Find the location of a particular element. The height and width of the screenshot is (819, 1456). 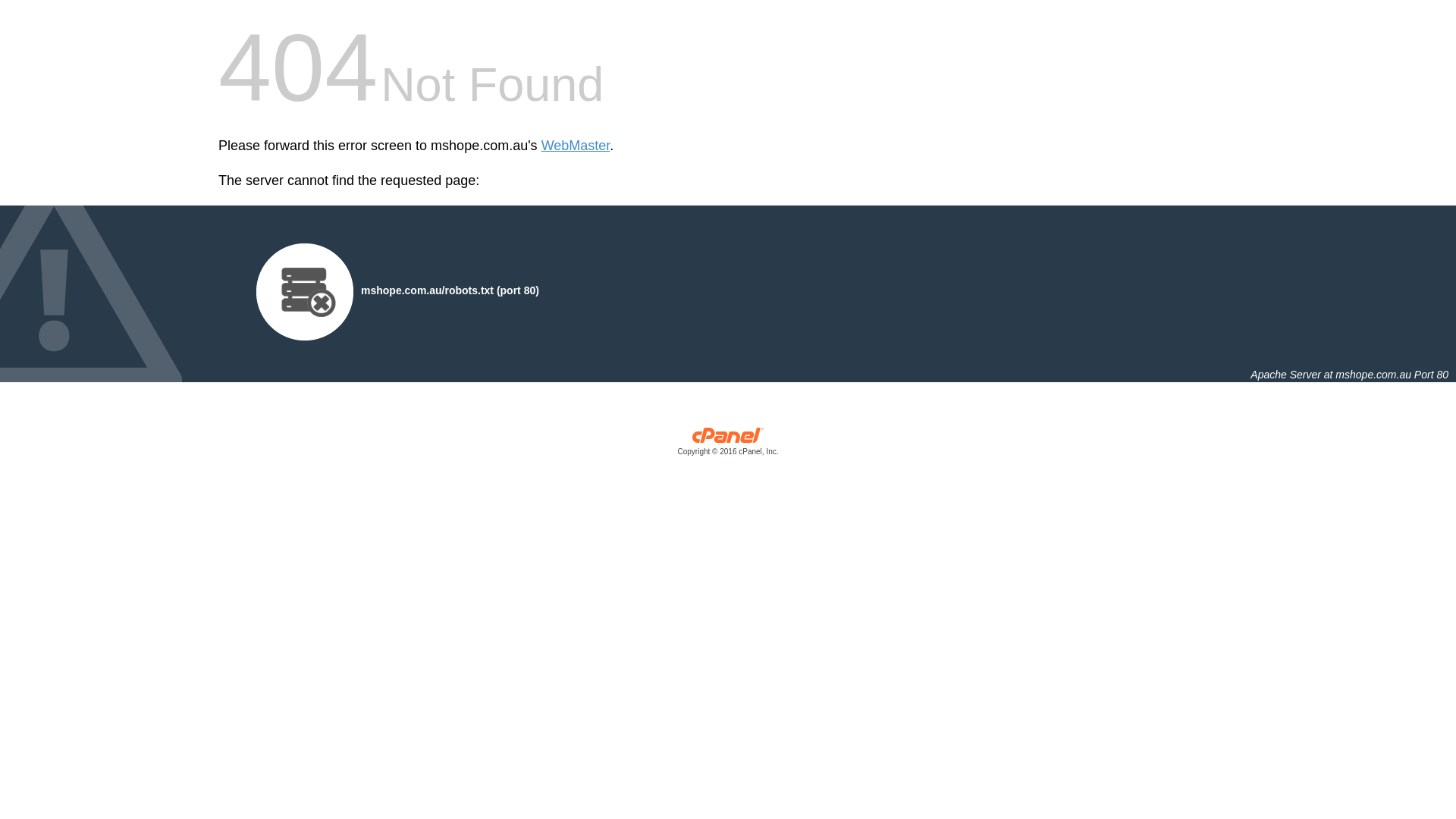

'WebMaster' is located at coordinates (575, 146).